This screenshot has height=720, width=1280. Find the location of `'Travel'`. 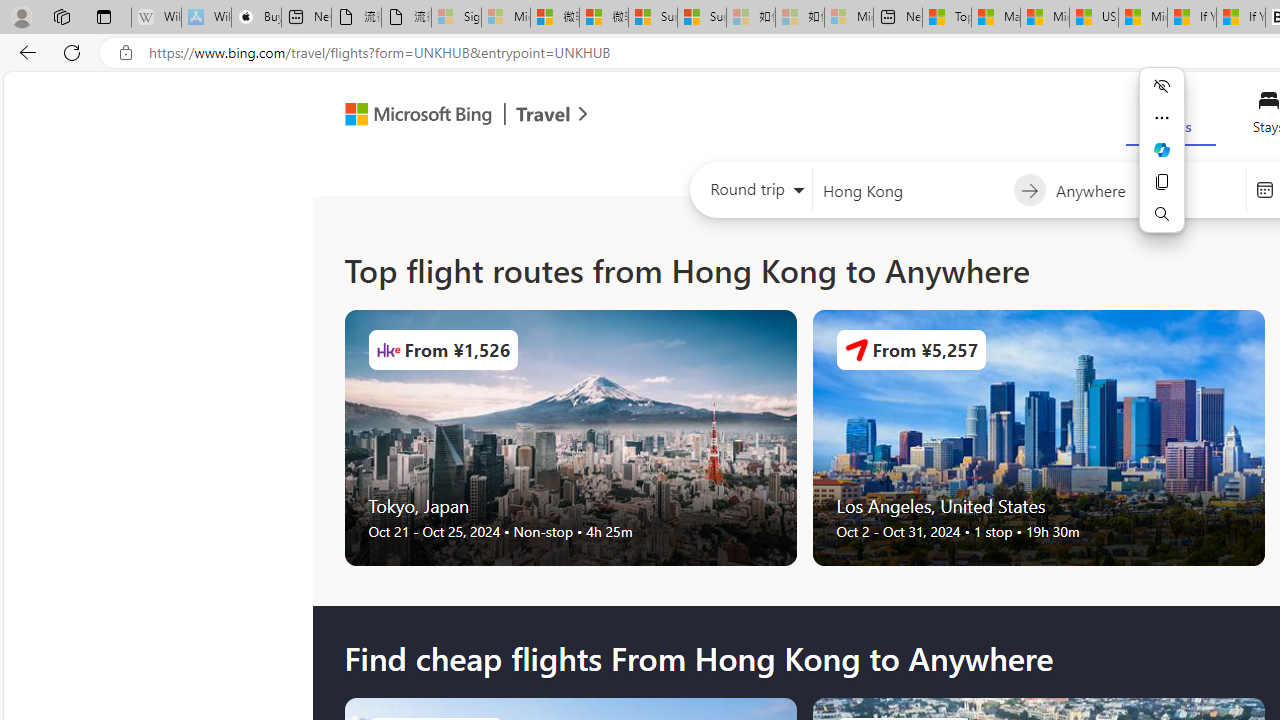

'Travel' is located at coordinates (543, 117).